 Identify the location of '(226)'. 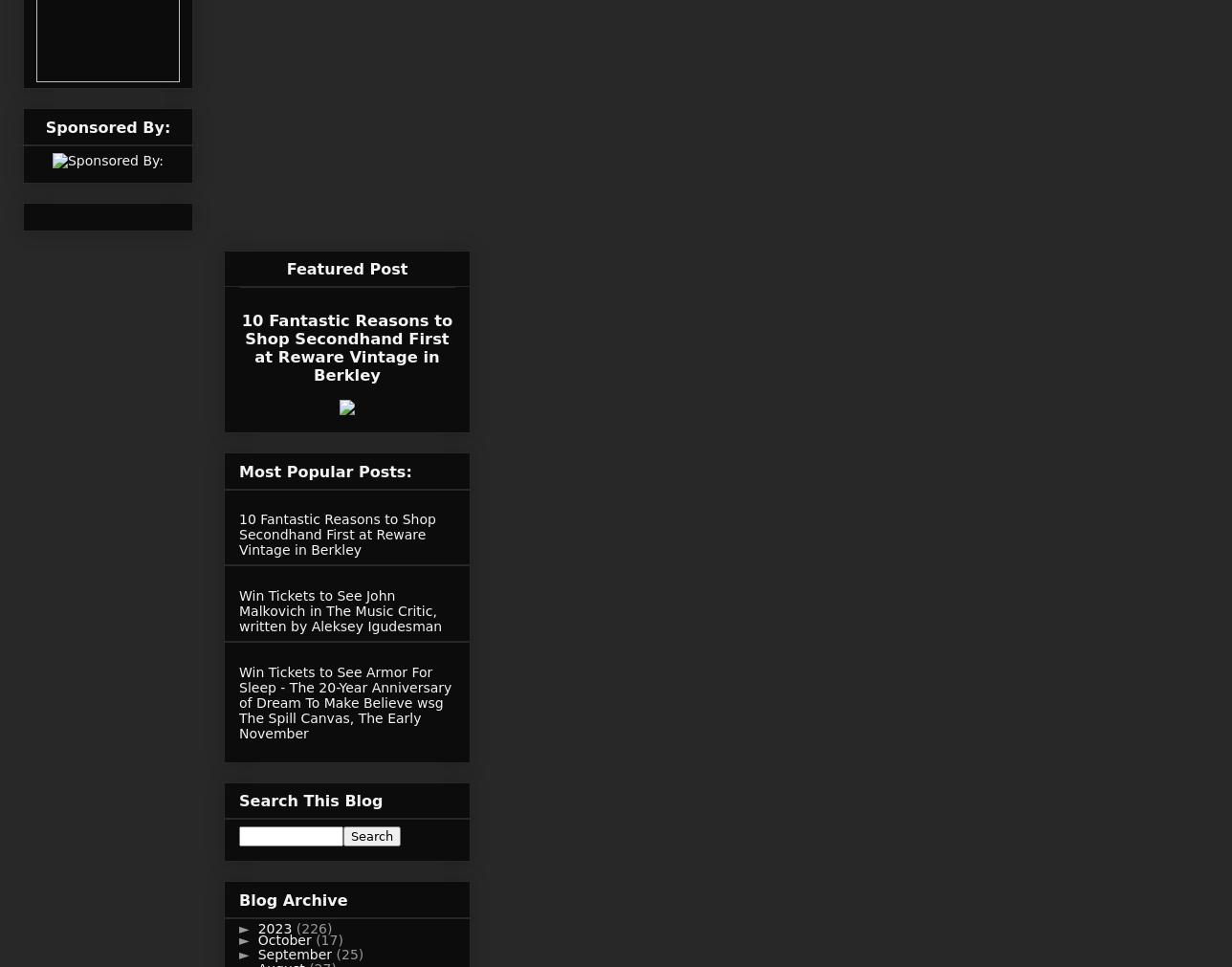
(314, 928).